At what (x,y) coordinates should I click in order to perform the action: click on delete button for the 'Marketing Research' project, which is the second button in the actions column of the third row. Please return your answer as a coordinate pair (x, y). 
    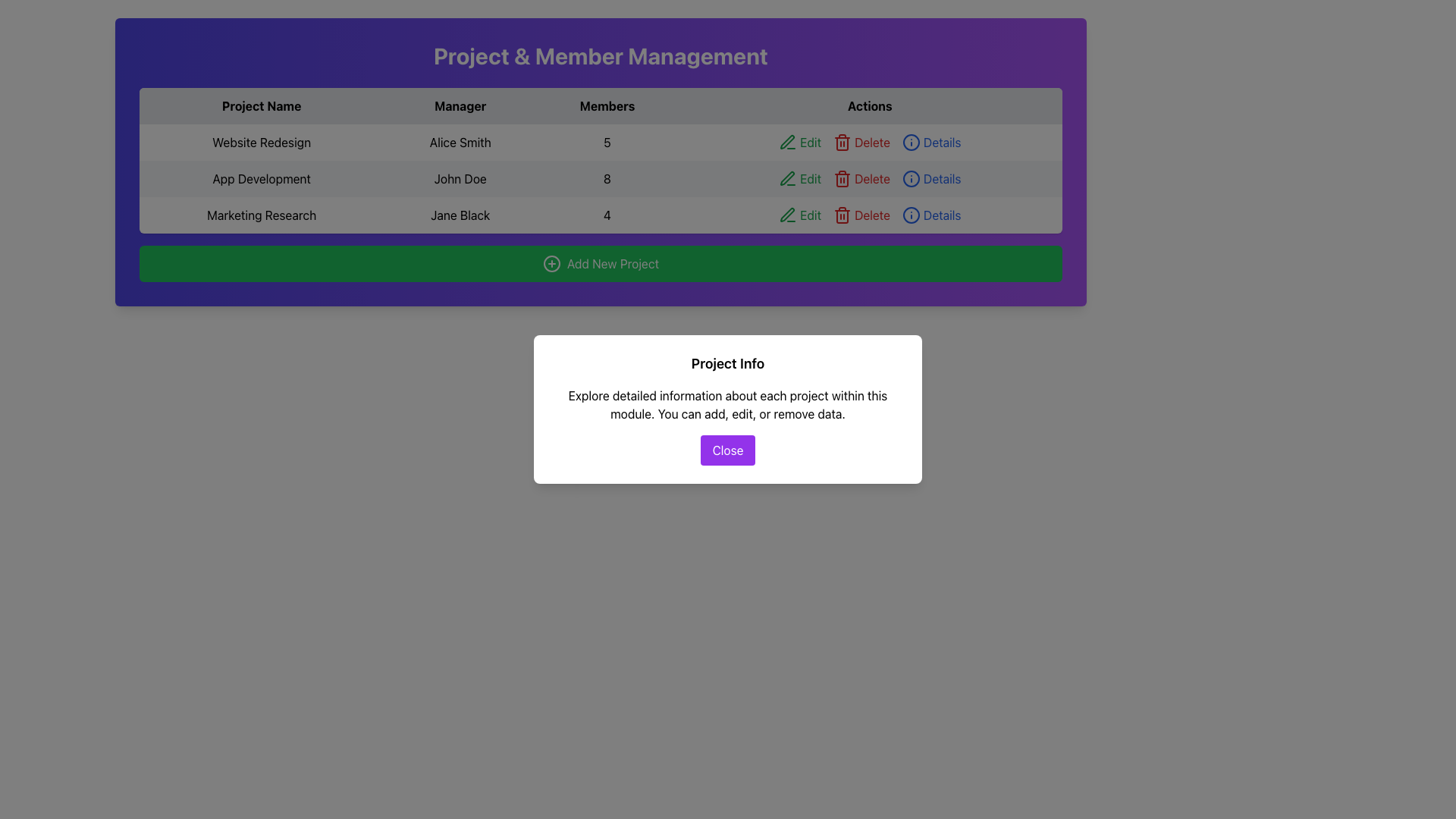
    Looking at the image, I should click on (842, 143).